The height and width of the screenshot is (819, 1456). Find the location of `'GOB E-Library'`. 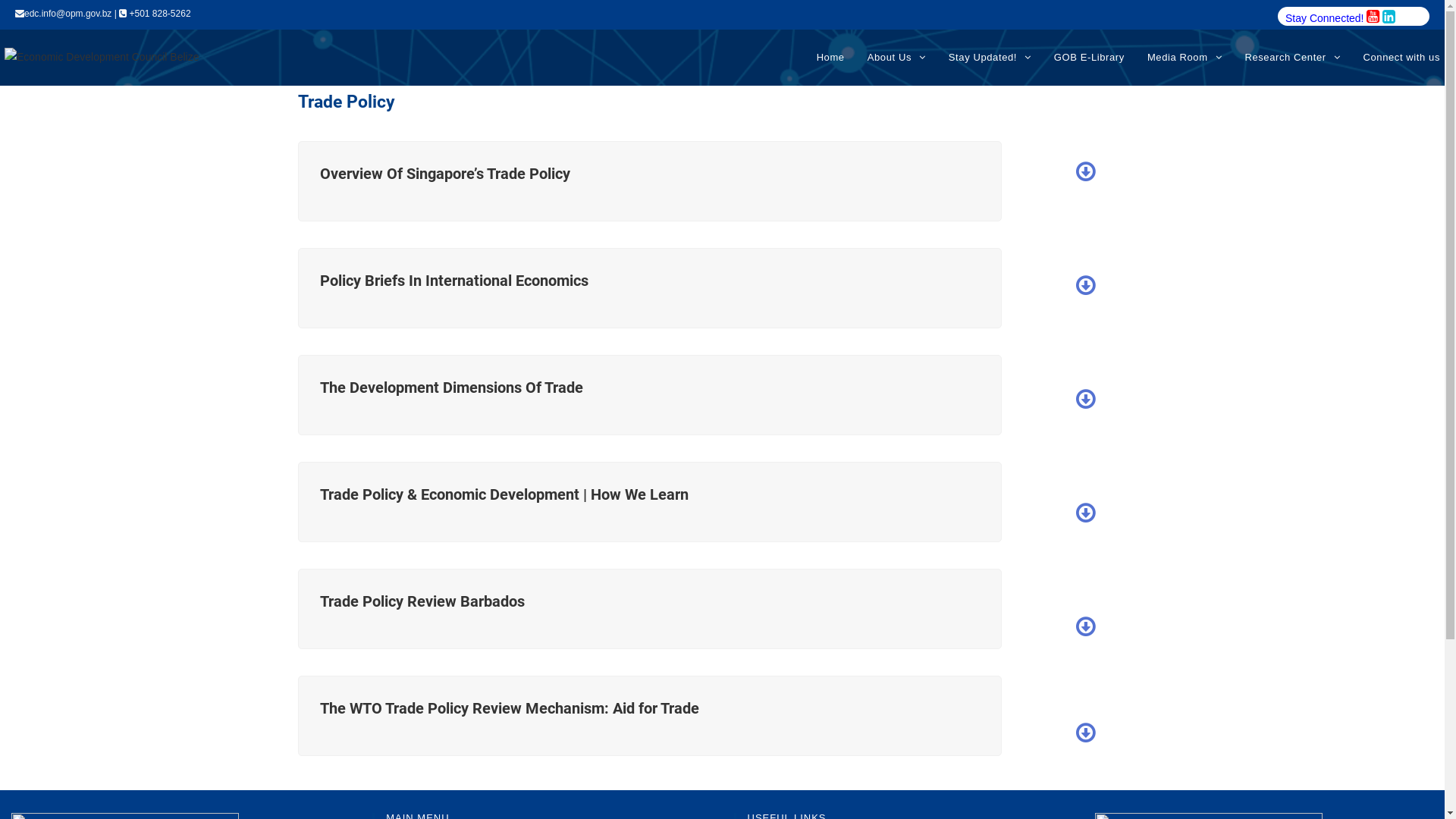

'GOB E-Library' is located at coordinates (1088, 57).